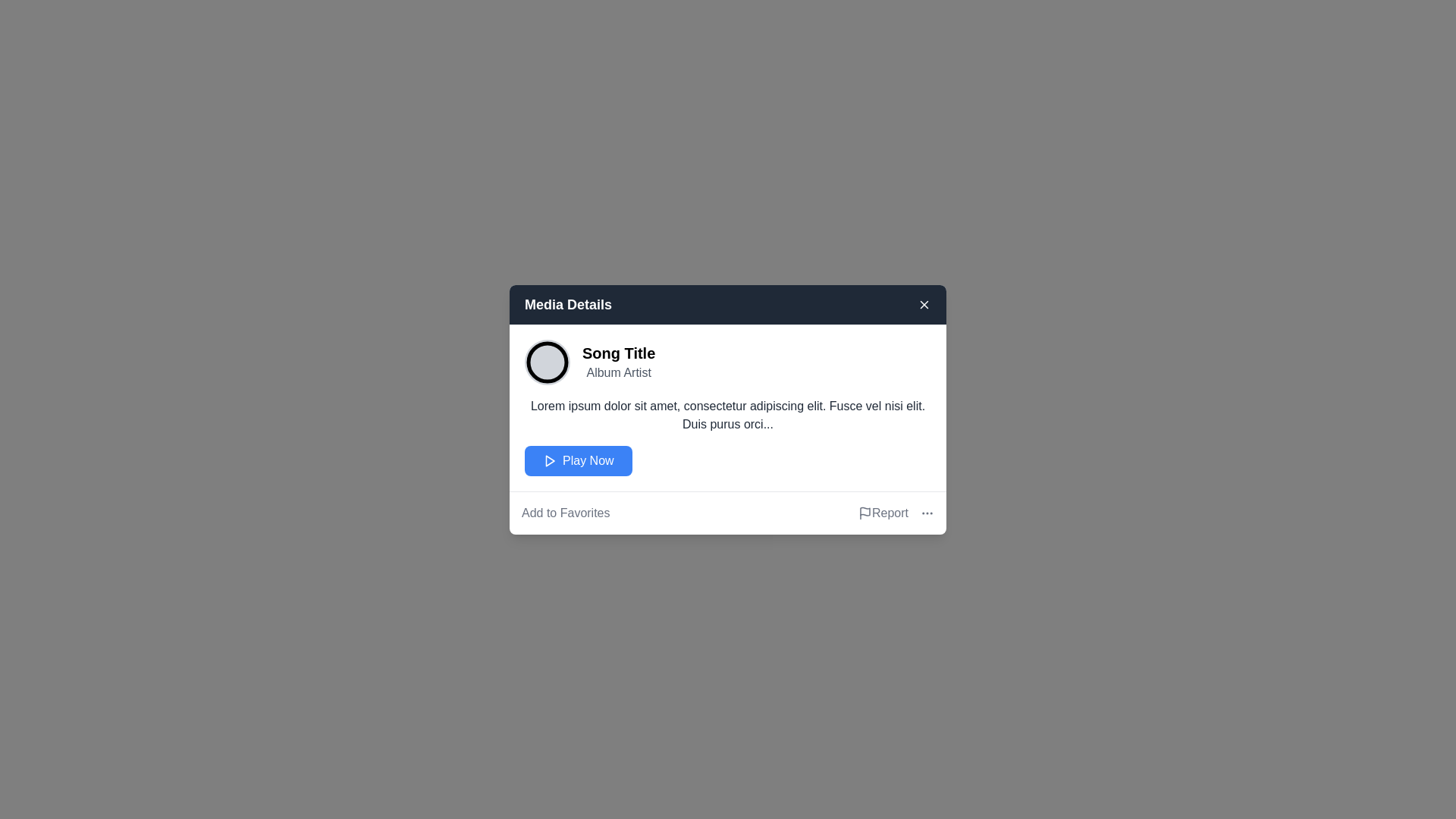 This screenshot has width=1456, height=819. I want to click on information from the text block containing 'Lorem ipsum dolor sit amet, consectetur adipiscing elit. Fusce vel nisi elit. Duis purus orci...' which is centrally located beneath the song title and artist information, so click(728, 415).